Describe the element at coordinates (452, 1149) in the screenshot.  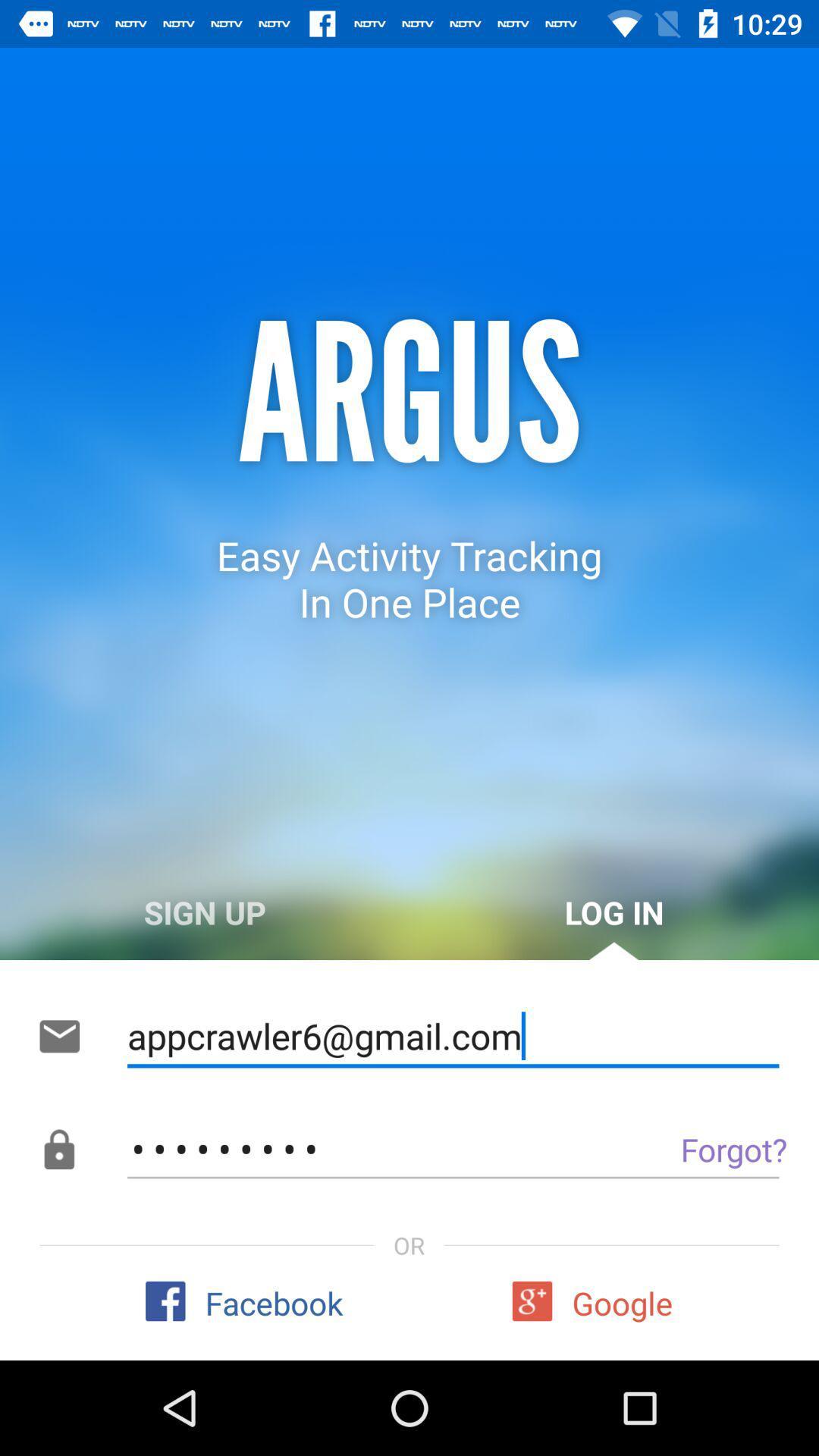
I see `the crowd3116` at that location.